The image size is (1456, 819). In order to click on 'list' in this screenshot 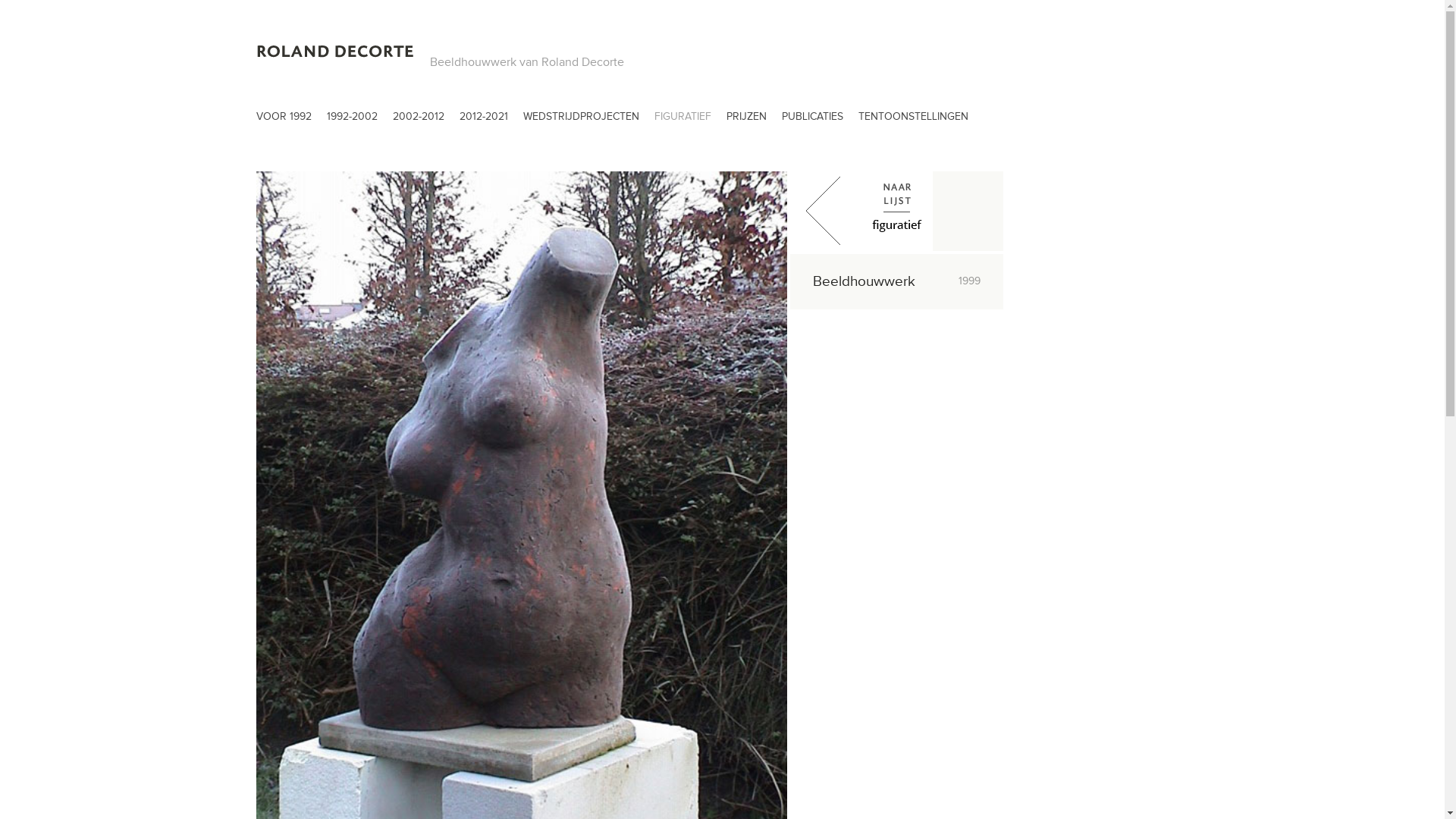, I will do `click(896, 211)`.